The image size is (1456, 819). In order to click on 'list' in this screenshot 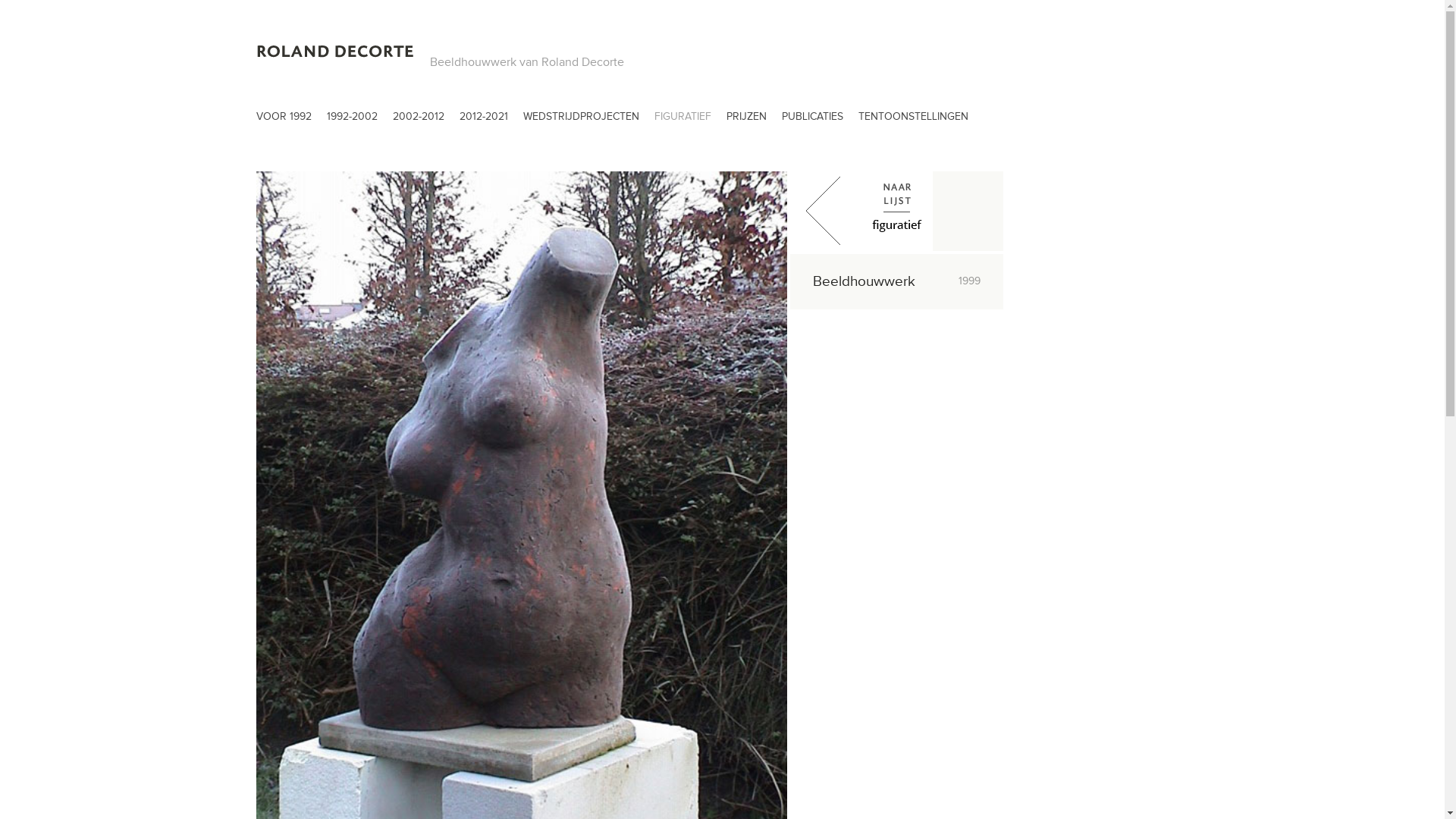, I will do `click(896, 211)`.